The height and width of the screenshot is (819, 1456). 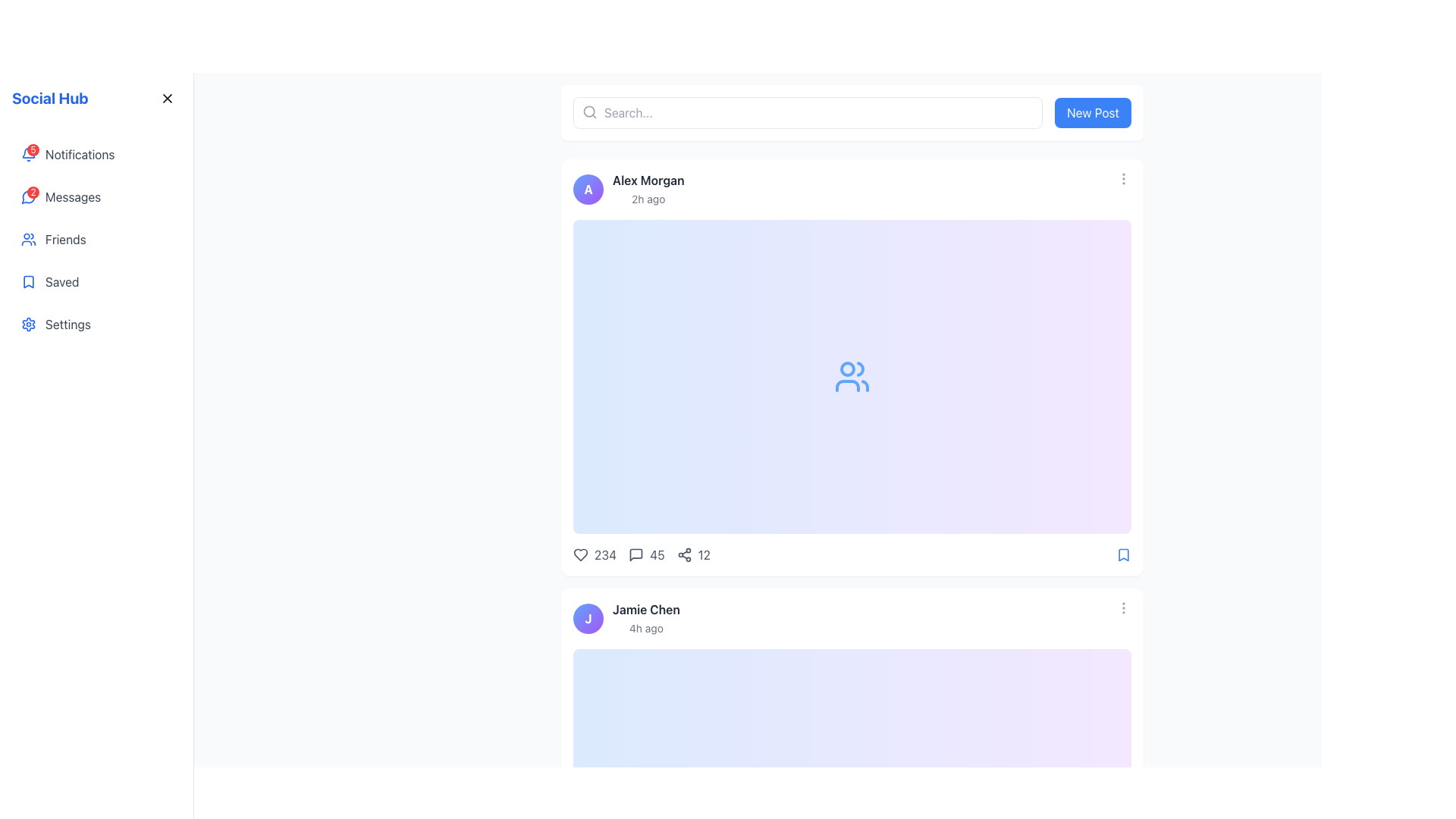 I want to click on the circle located within the magnifying glass icon in the search bar area, so click(x=588, y=111).